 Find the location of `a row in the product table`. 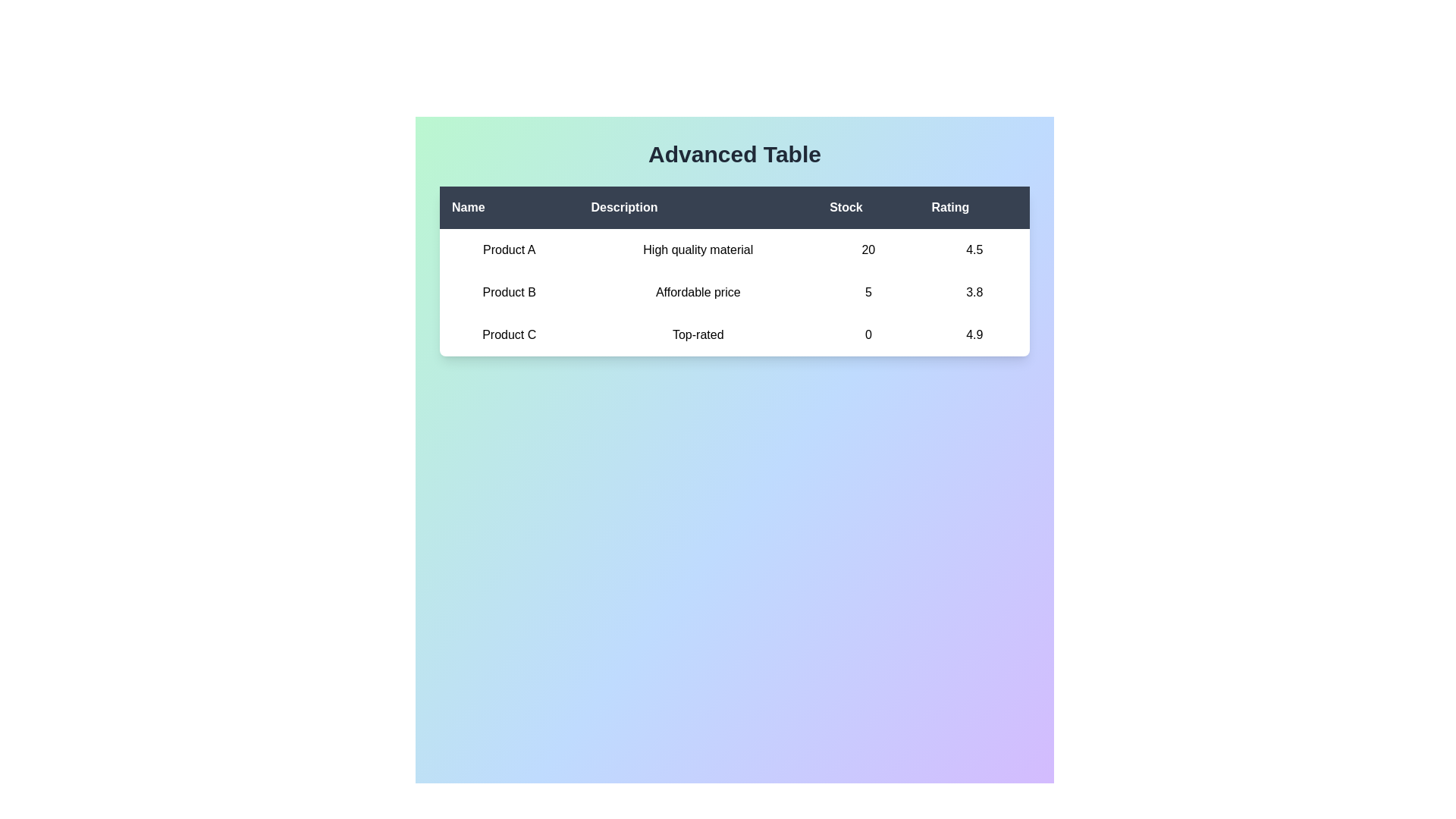

a row in the product table is located at coordinates (735, 271).